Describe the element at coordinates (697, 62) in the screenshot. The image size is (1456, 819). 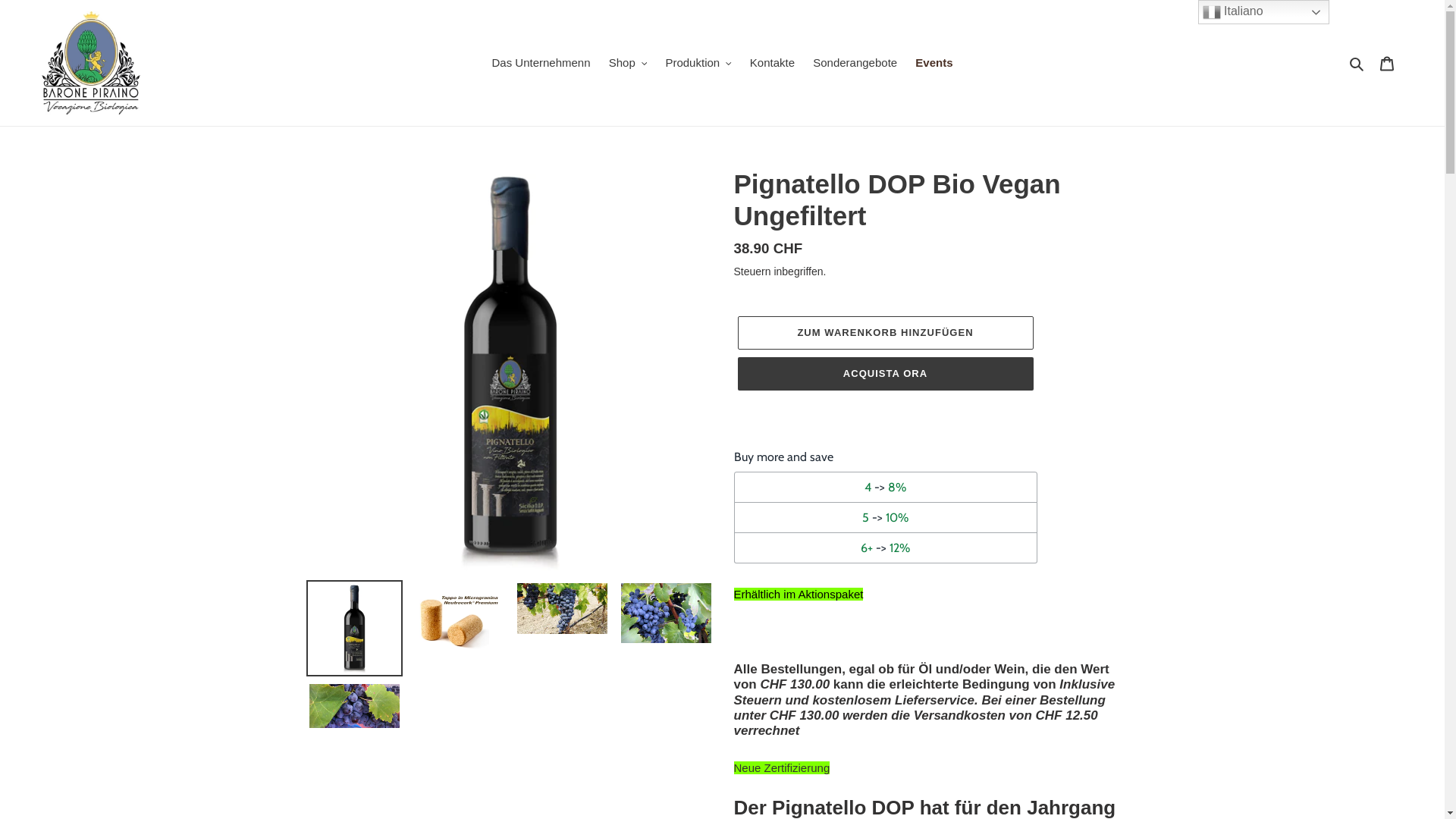
I see `'Produktion'` at that location.